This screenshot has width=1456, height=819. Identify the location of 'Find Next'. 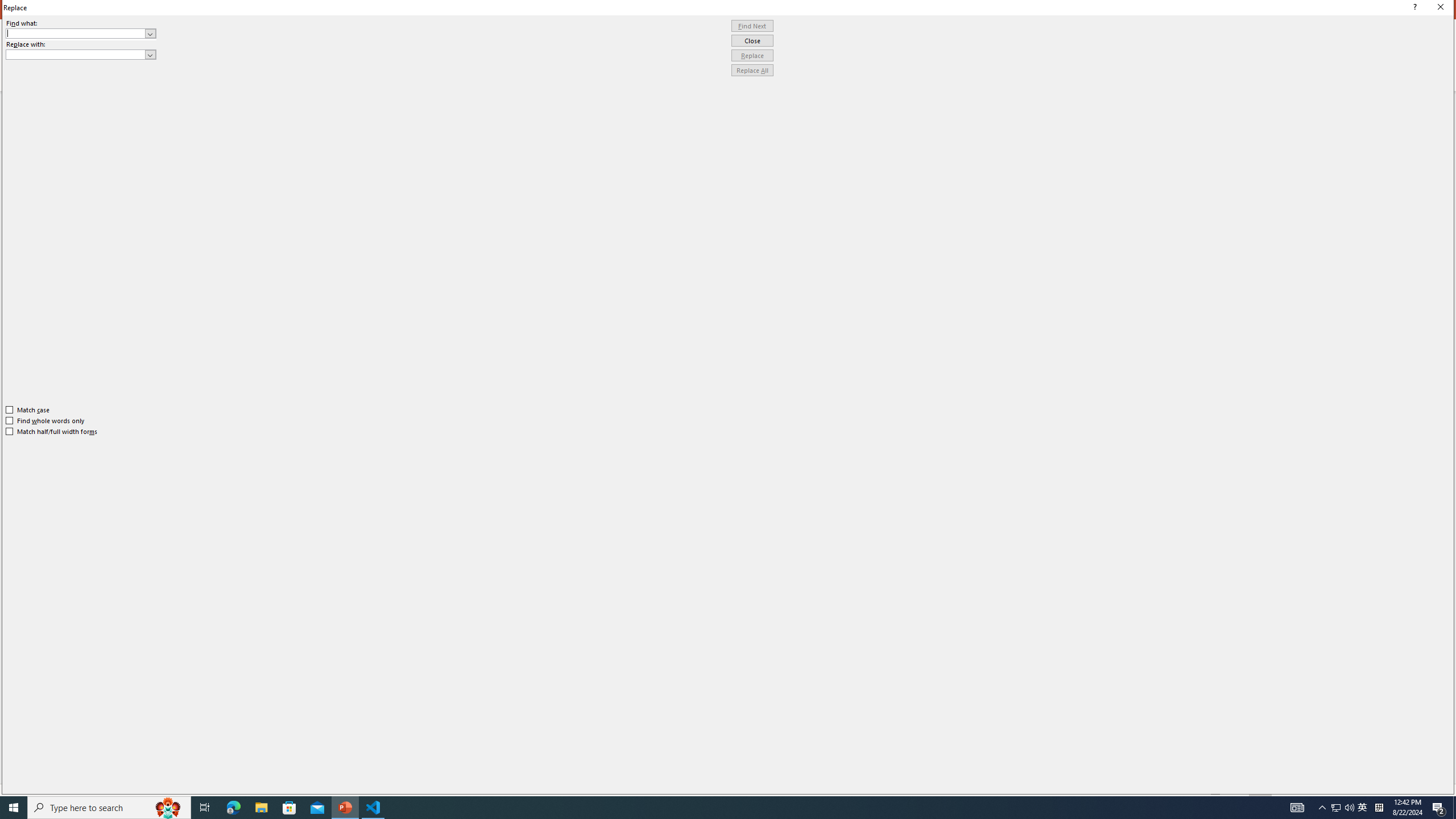
(752, 26).